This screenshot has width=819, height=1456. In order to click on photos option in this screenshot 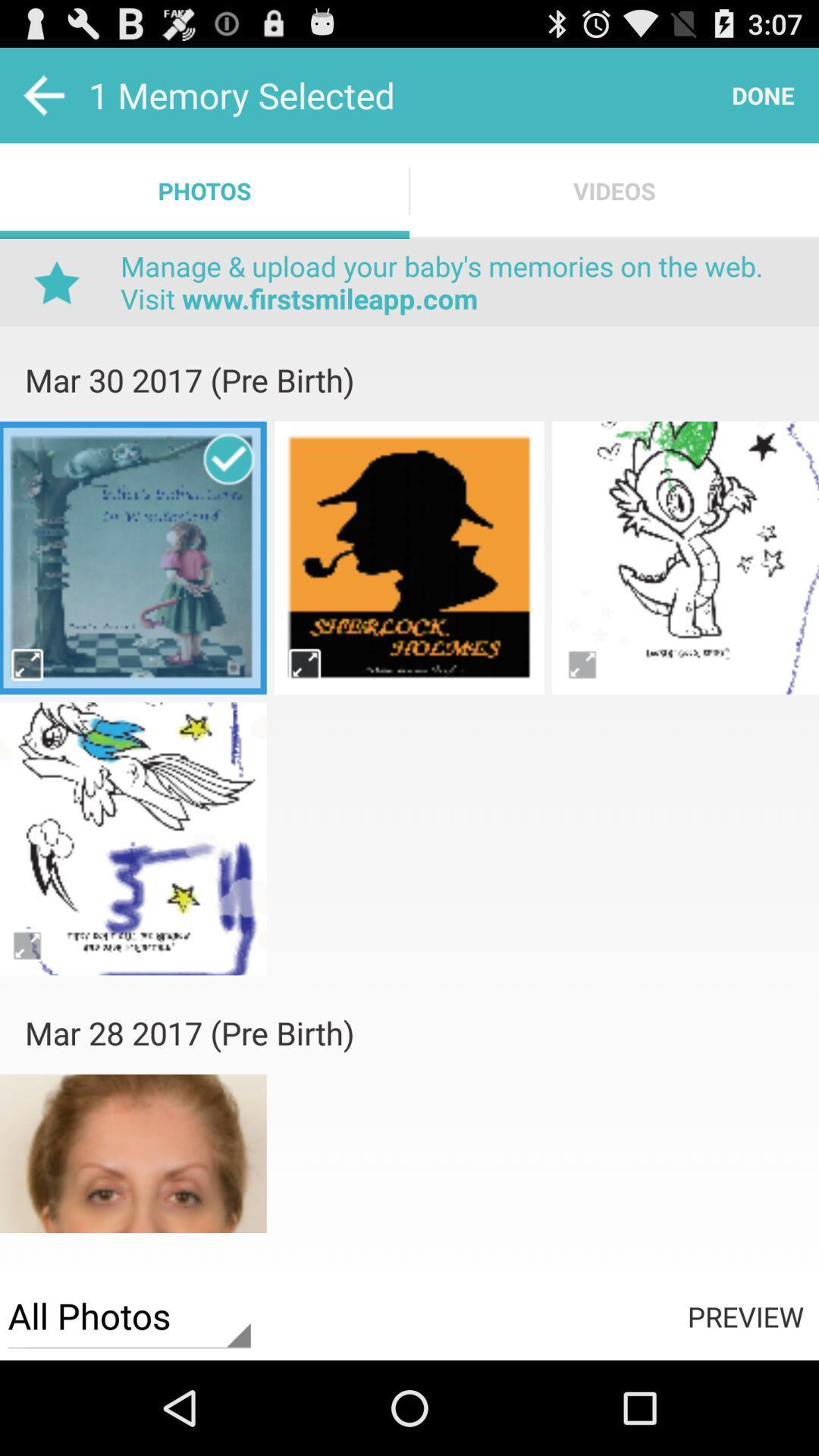, I will do `click(409, 719)`.